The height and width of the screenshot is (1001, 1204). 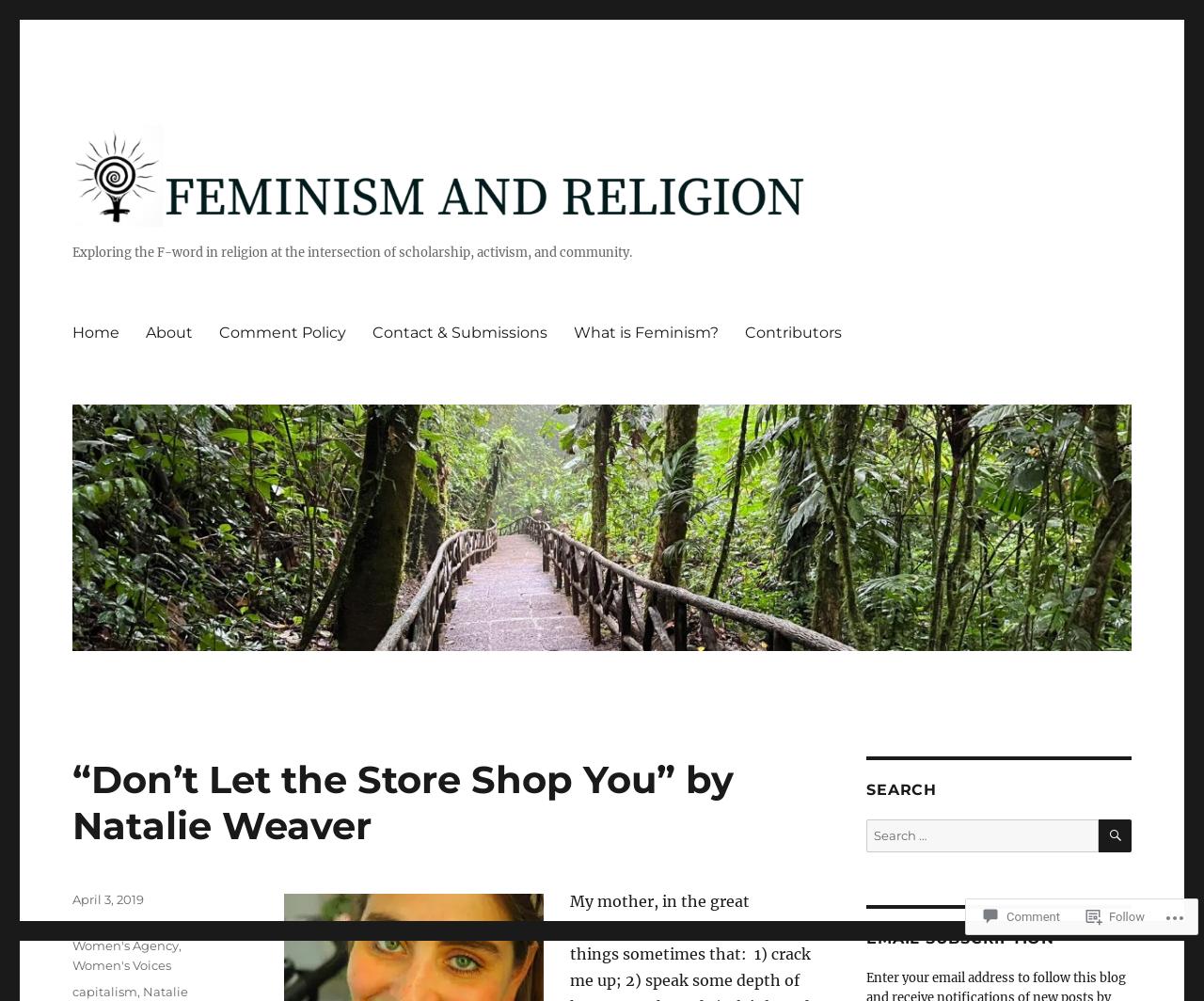 What do you see at coordinates (72, 802) in the screenshot?
I see `'“Don’t Let the Store Shop You” by Natalie Weaver'` at bounding box center [72, 802].